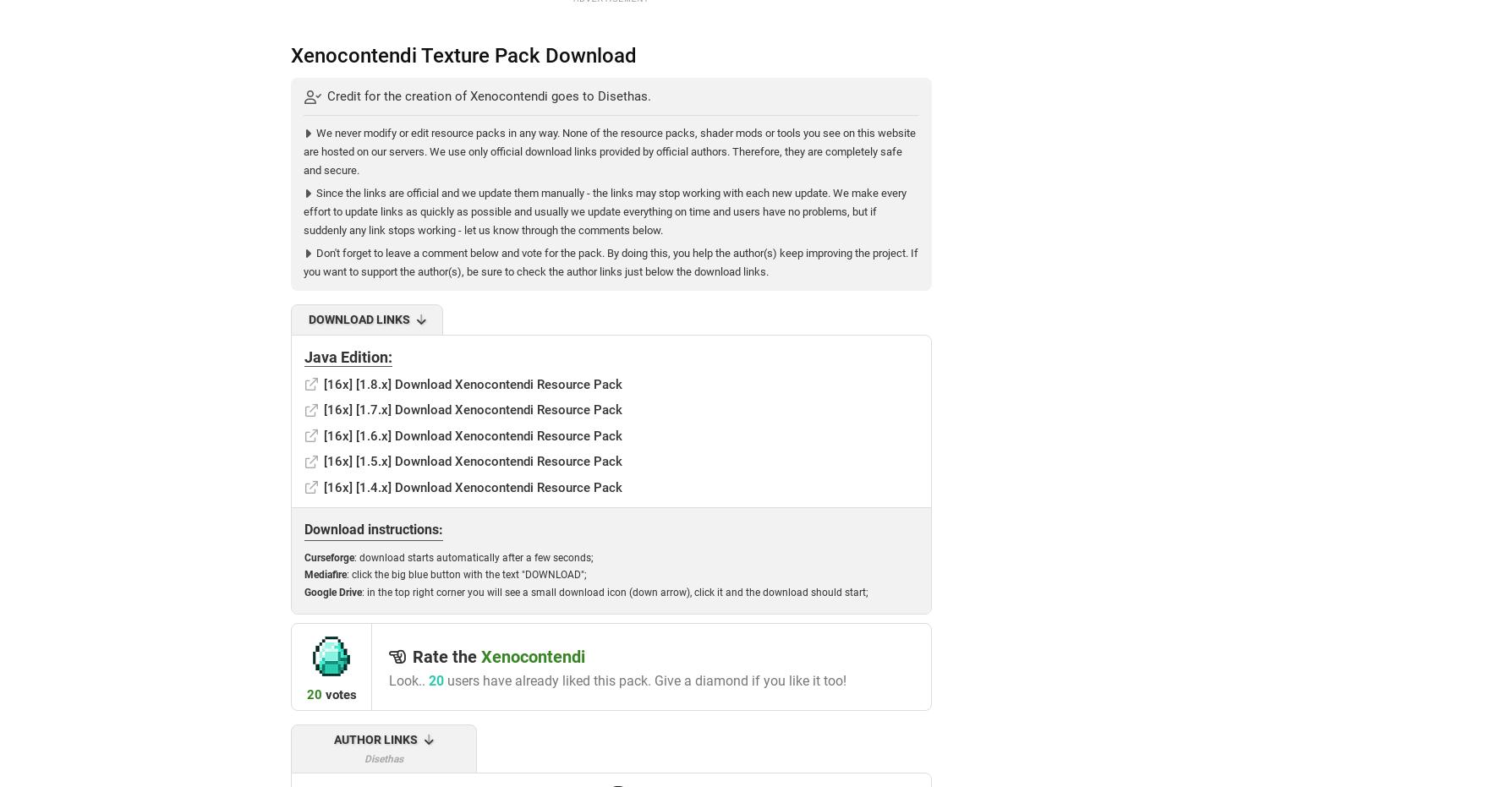 Image resolution: width=1512 pixels, height=787 pixels. I want to click on 'AUTHOR LINKS', so click(375, 739).